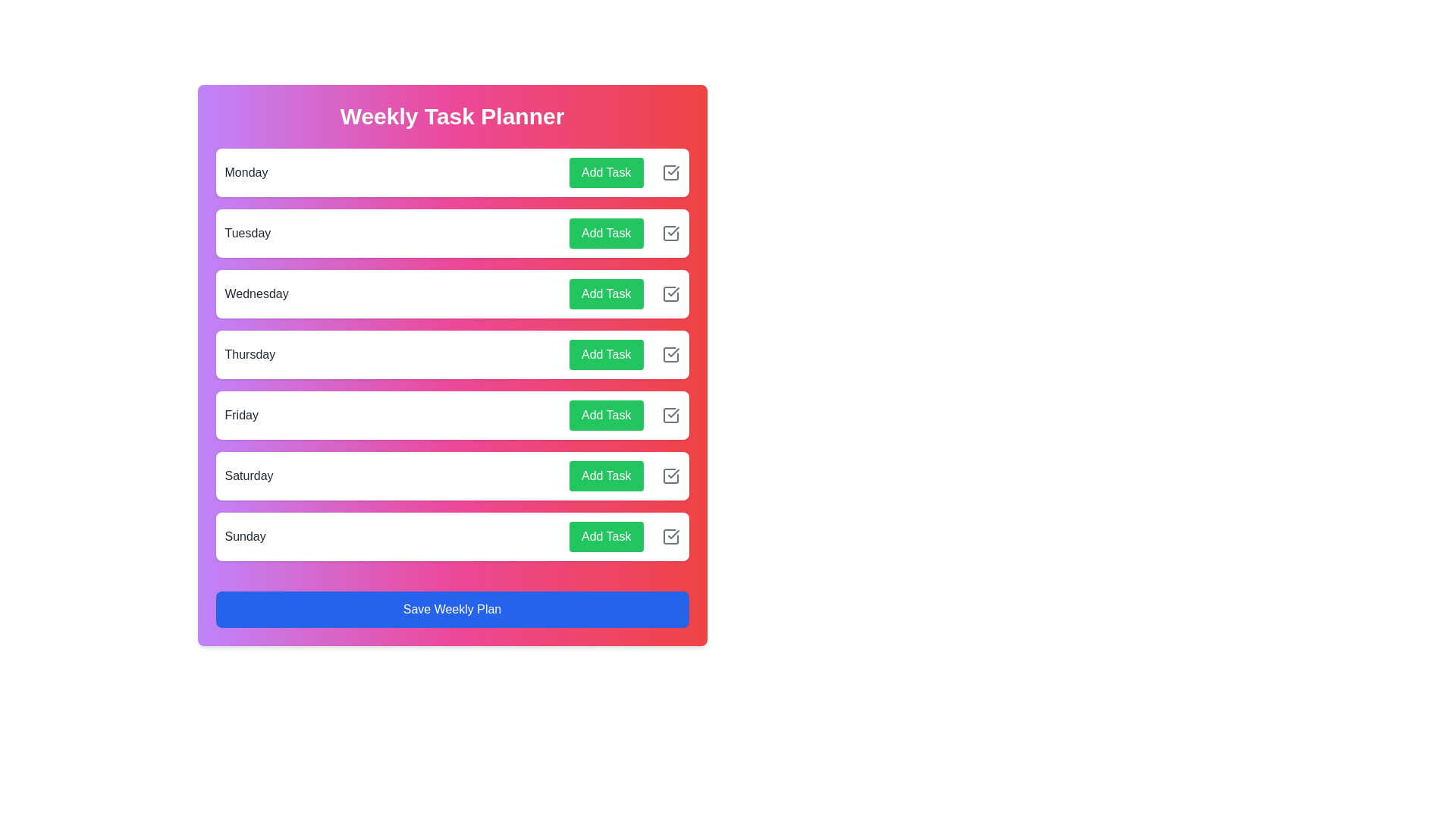  What do you see at coordinates (670, 415) in the screenshot?
I see `the checkbox icon for Friday to mark the task as completed` at bounding box center [670, 415].